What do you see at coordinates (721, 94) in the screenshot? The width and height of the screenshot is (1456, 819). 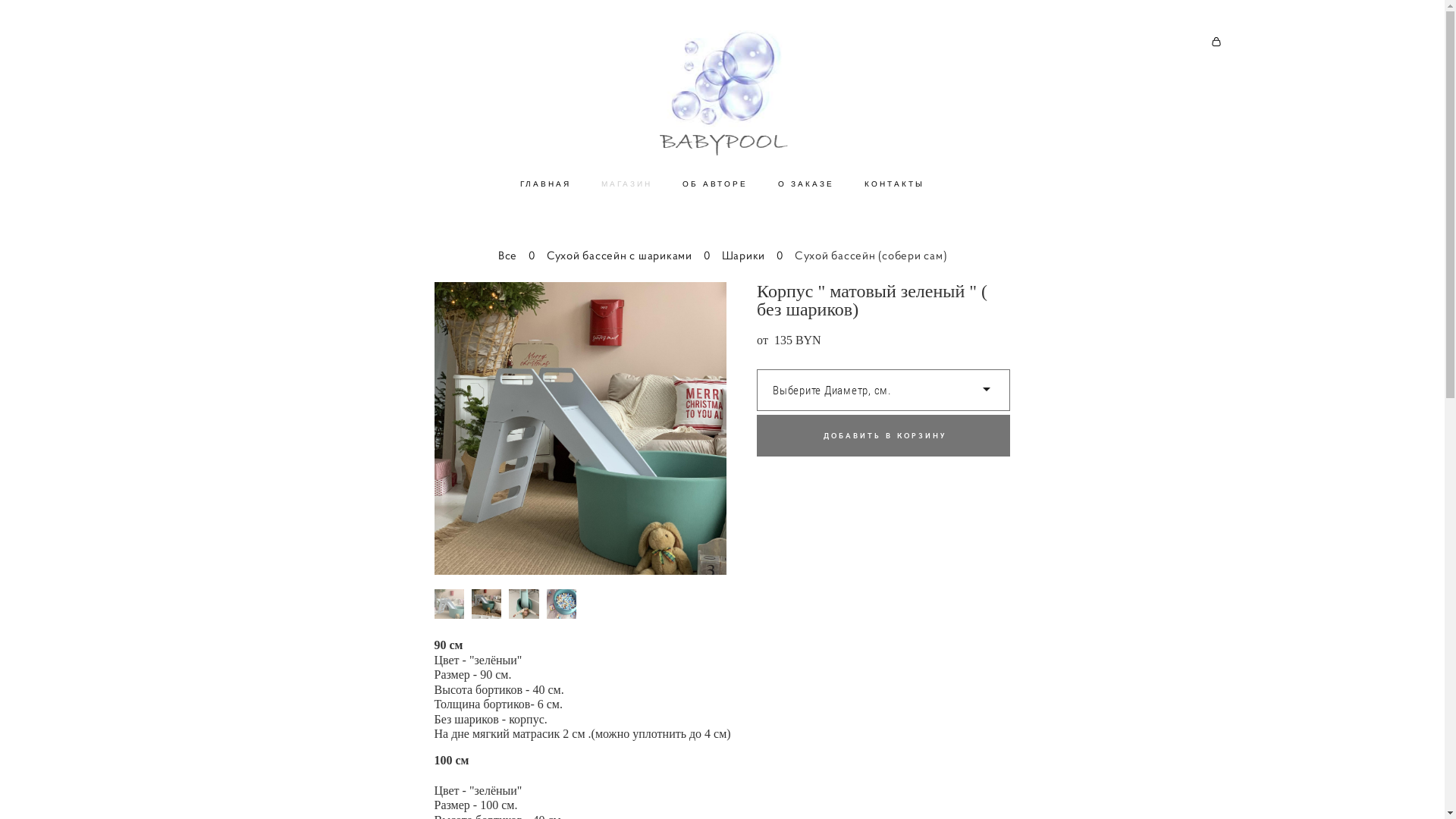 I see `'BABYPOOL.BY'` at bounding box center [721, 94].